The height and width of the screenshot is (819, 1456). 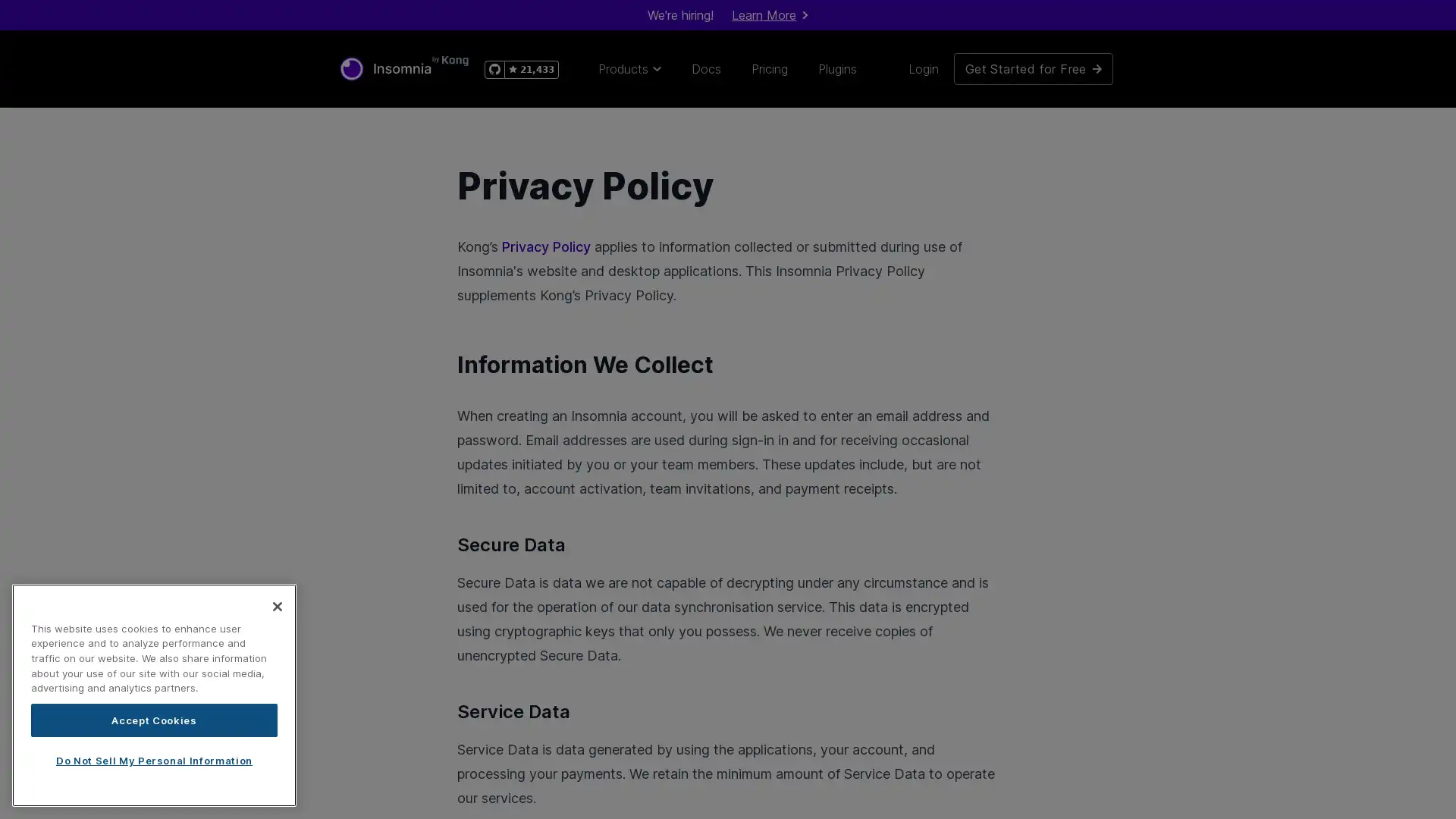 I want to click on Accept Cookies, so click(x=154, y=719).